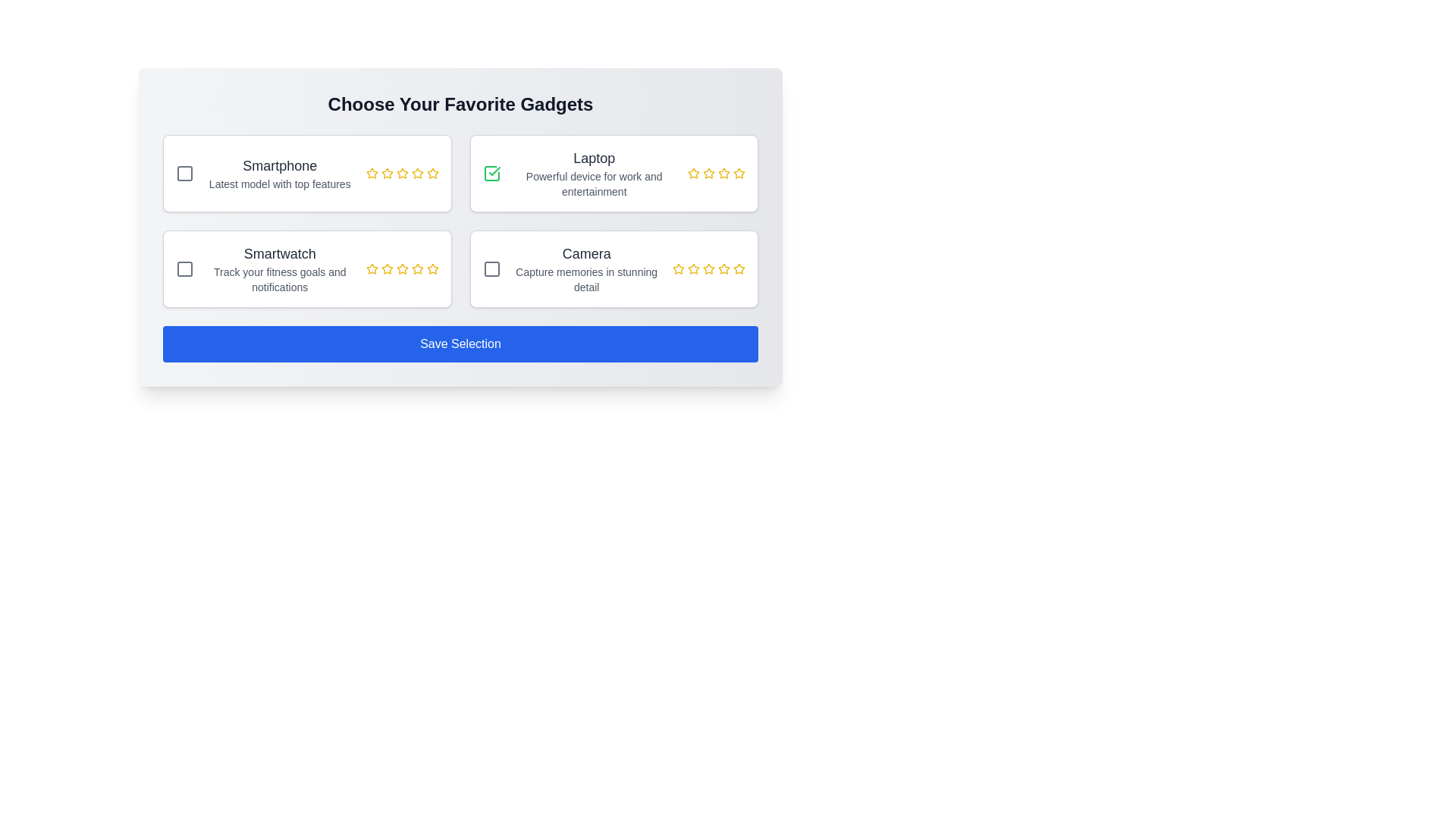 The image size is (1456, 819). What do you see at coordinates (184, 268) in the screenshot?
I see `the checkbox located to the left of the 'Smartwatch' text` at bounding box center [184, 268].